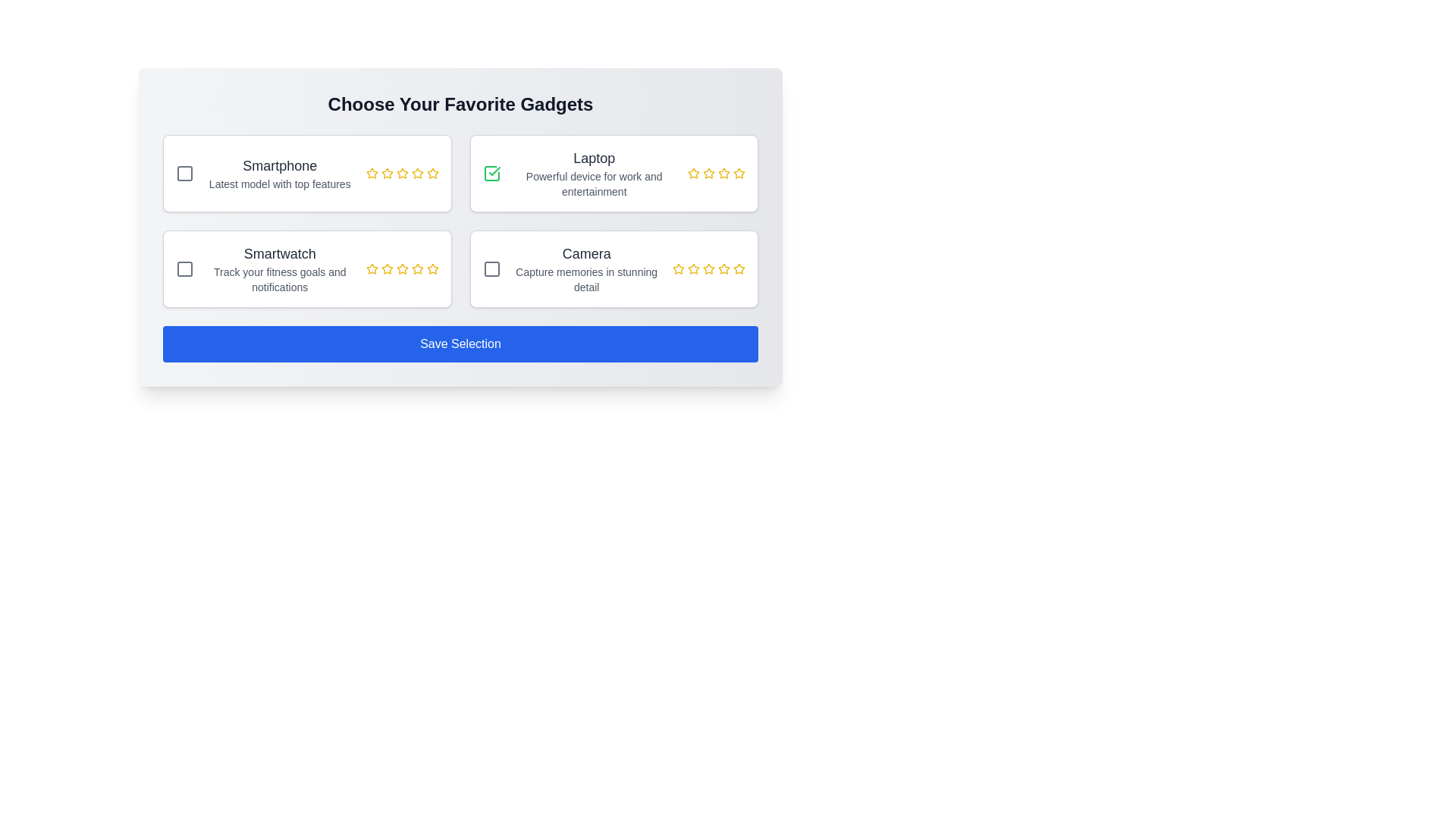 The image size is (1456, 819). What do you see at coordinates (184, 268) in the screenshot?
I see `the checkbox located to the left of the 'Smartwatch' text` at bounding box center [184, 268].